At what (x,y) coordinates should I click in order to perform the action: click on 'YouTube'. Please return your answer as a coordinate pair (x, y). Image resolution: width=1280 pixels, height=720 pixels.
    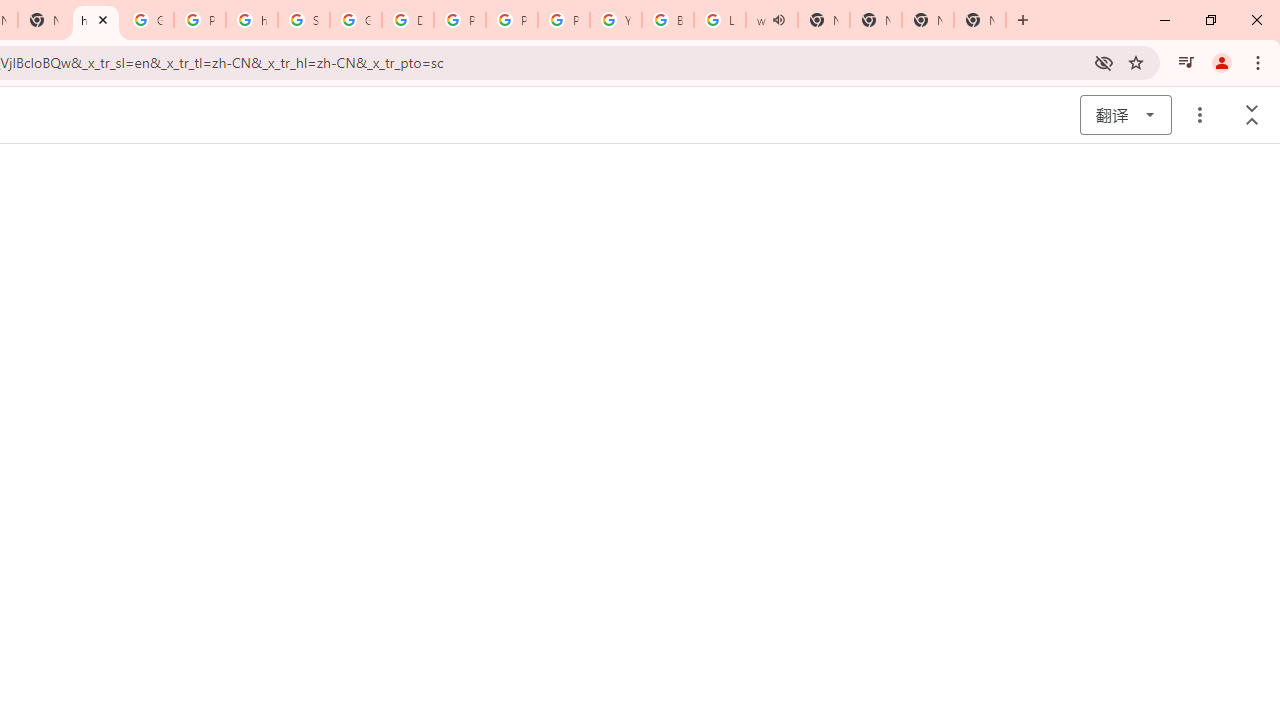
    Looking at the image, I should click on (615, 20).